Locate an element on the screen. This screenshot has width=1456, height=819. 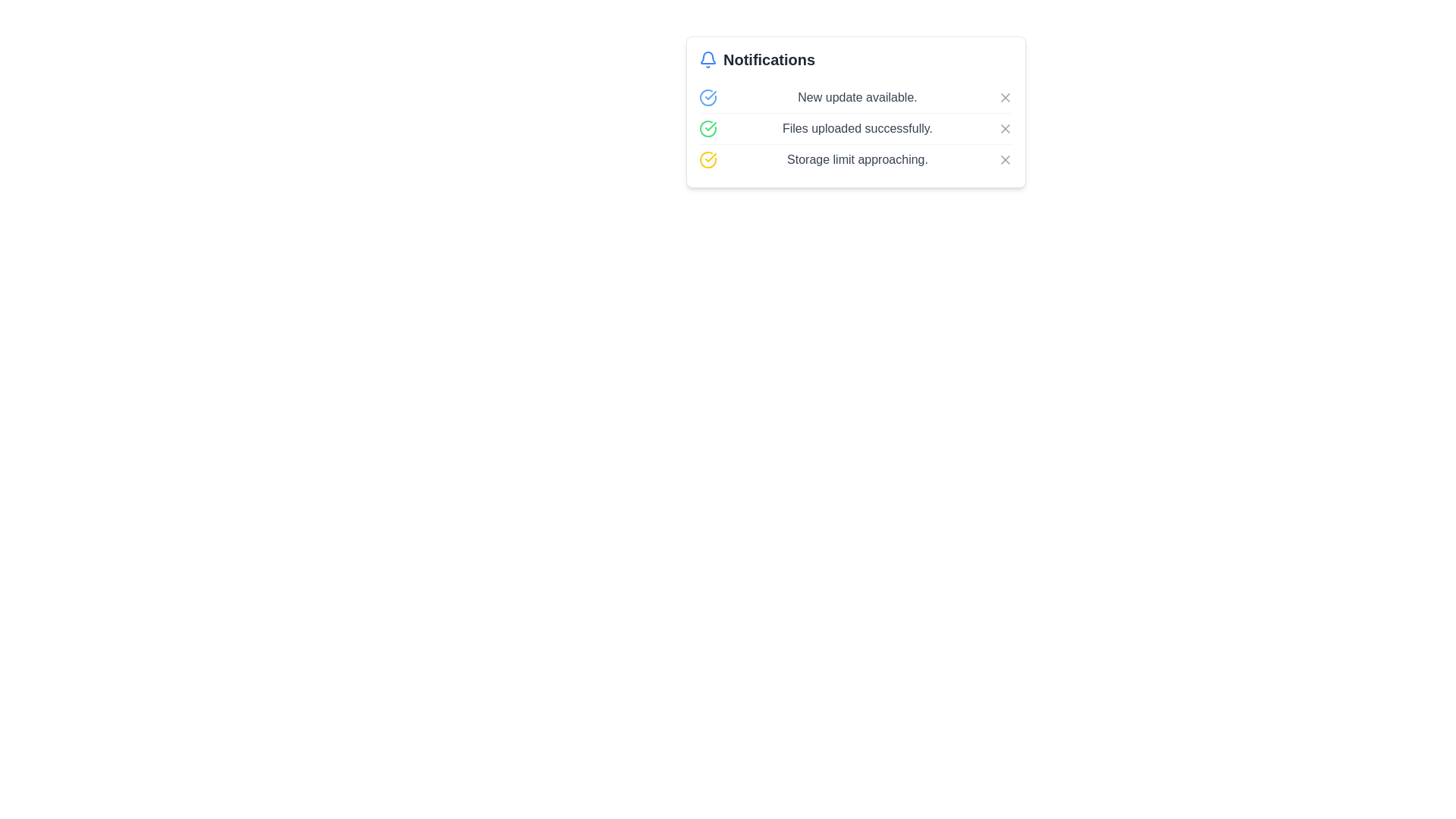
the success status icon located to the left of the notification text 'New update available.' in the top notification entry of the notification list is located at coordinates (708, 97).